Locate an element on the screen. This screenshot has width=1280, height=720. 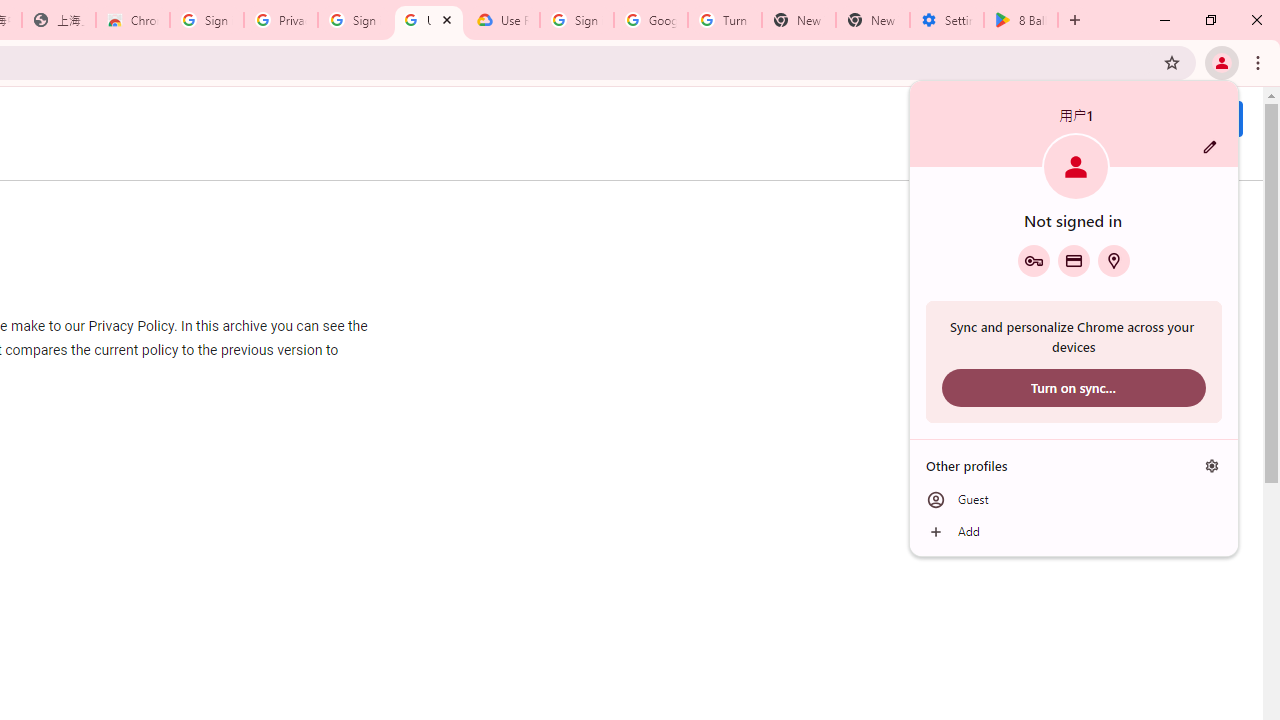
'Addresses and more' is located at coordinates (1113, 260).